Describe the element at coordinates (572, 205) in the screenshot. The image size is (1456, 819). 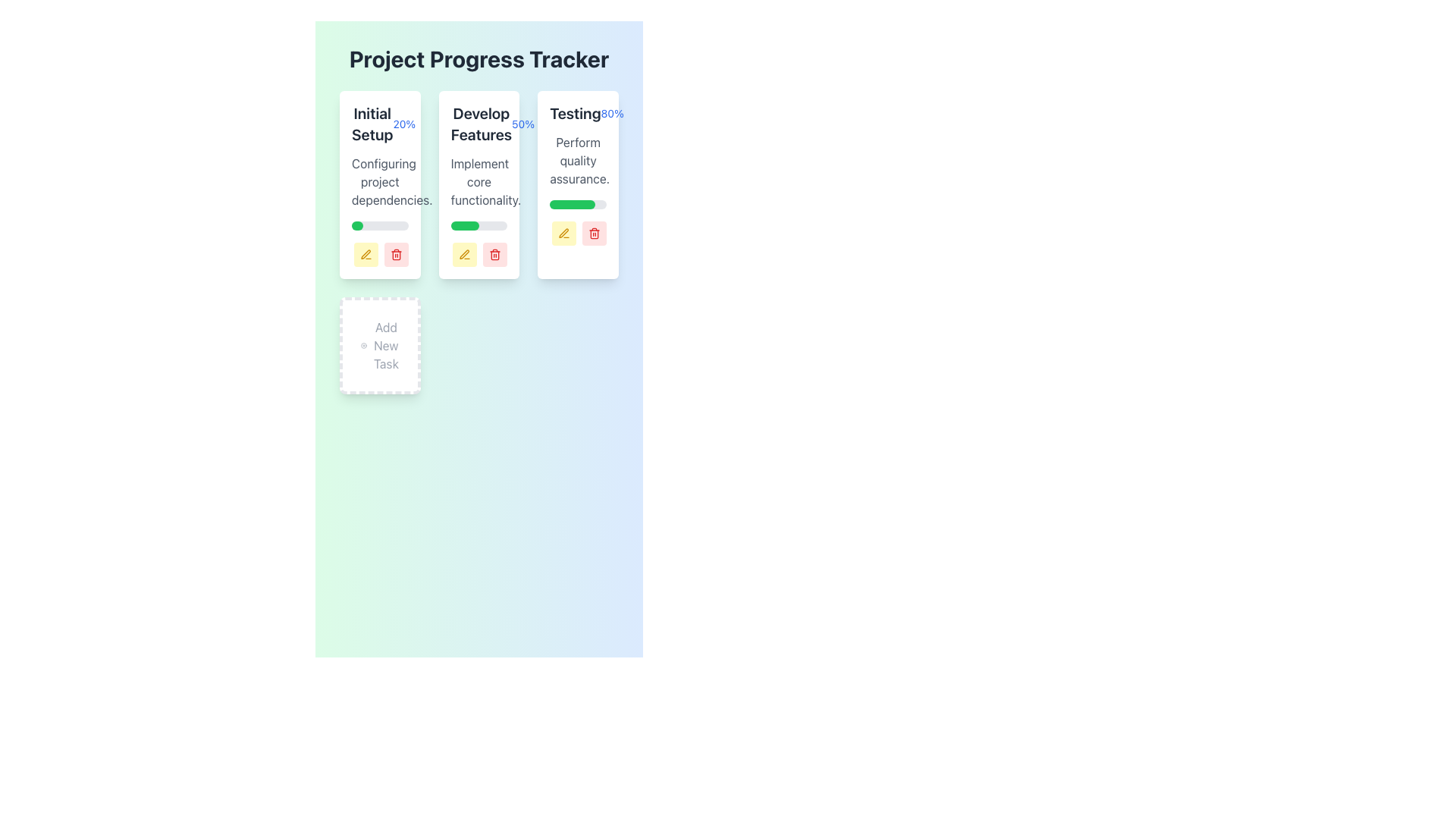
I see `the graphical representation of progress in the progress bar (filler segment) of the 'Testing' task, indicating its completion level` at that location.